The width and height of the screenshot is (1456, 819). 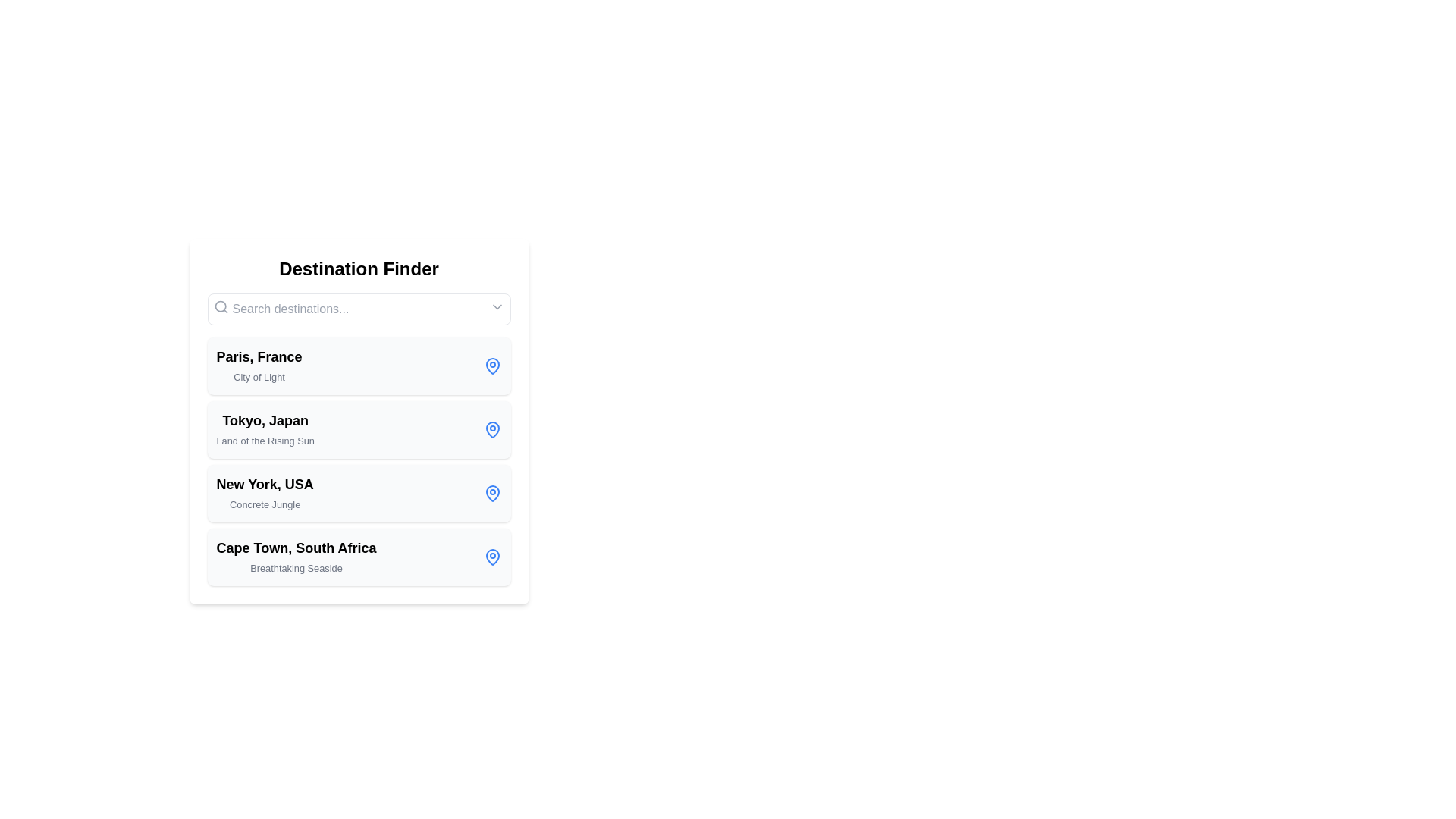 I want to click on the gray-colored magnifying glass search icon located in the top-left corner of the search bar input field, so click(x=220, y=307).